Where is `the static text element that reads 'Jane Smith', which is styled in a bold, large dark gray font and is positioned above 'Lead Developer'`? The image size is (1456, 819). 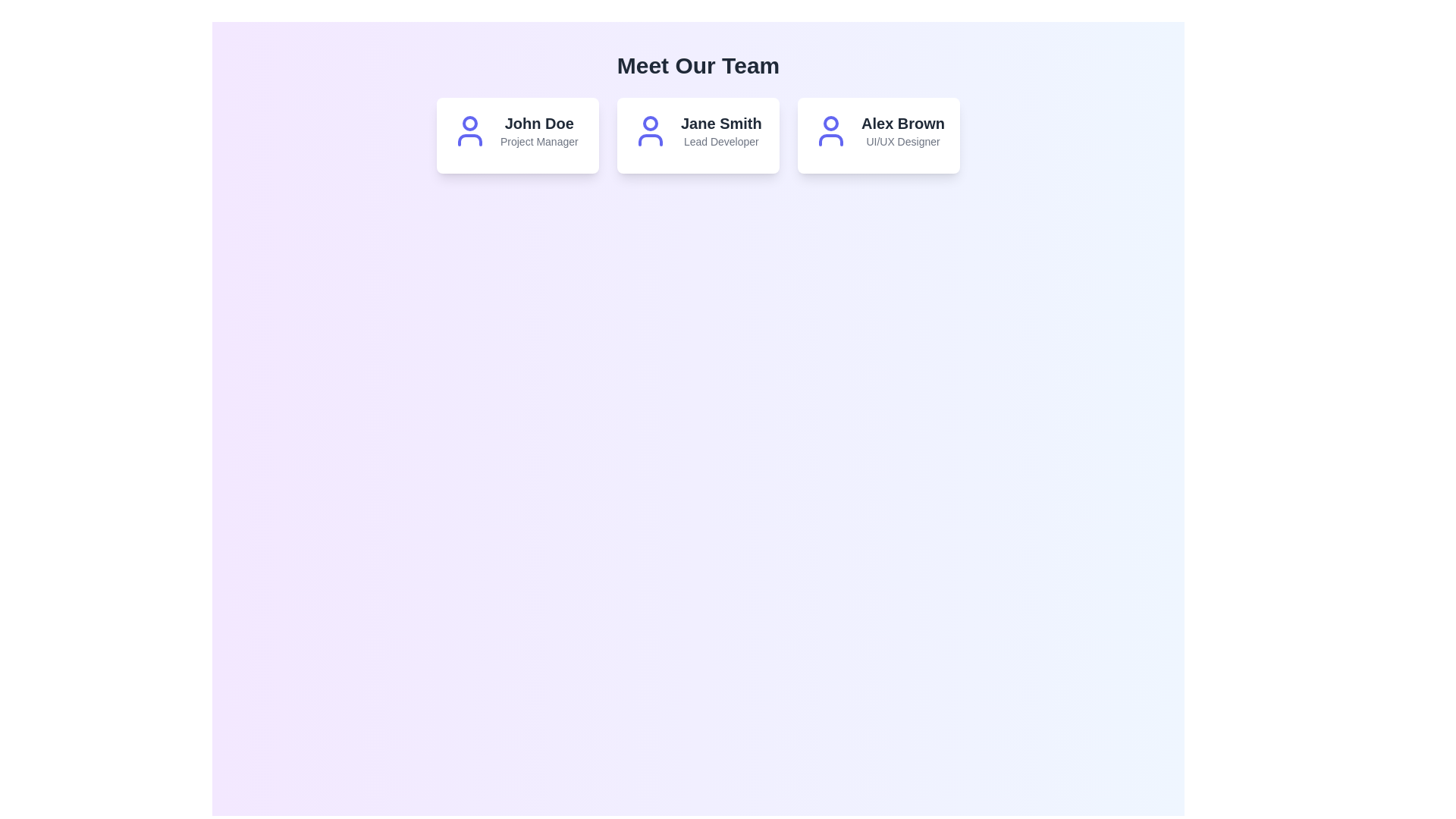 the static text element that reads 'Jane Smith', which is styled in a bold, large dark gray font and is positioned above 'Lead Developer' is located at coordinates (720, 122).